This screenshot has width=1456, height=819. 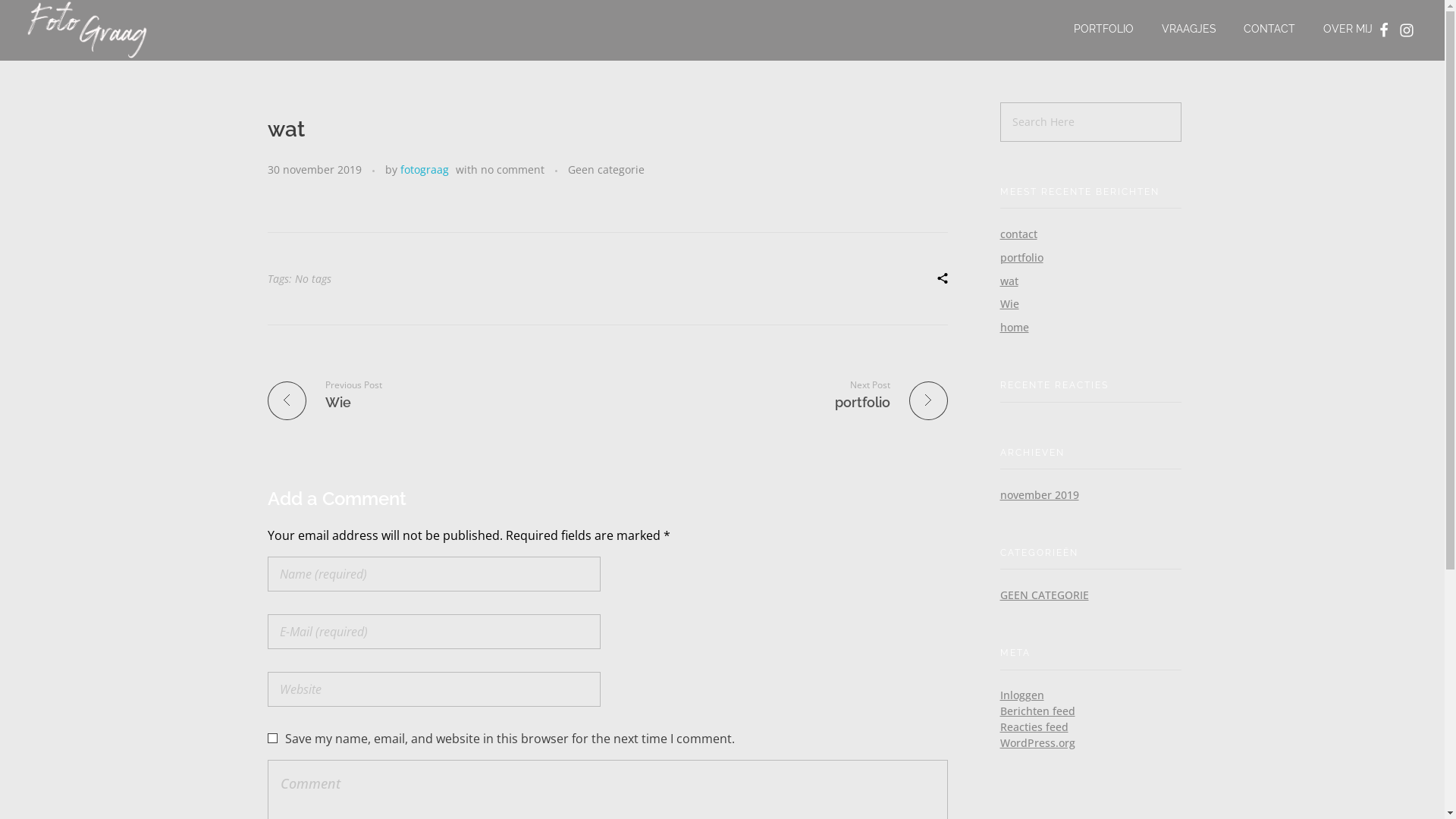 What do you see at coordinates (1021, 695) in the screenshot?
I see `'Inloggen'` at bounding box center [1021, 695].